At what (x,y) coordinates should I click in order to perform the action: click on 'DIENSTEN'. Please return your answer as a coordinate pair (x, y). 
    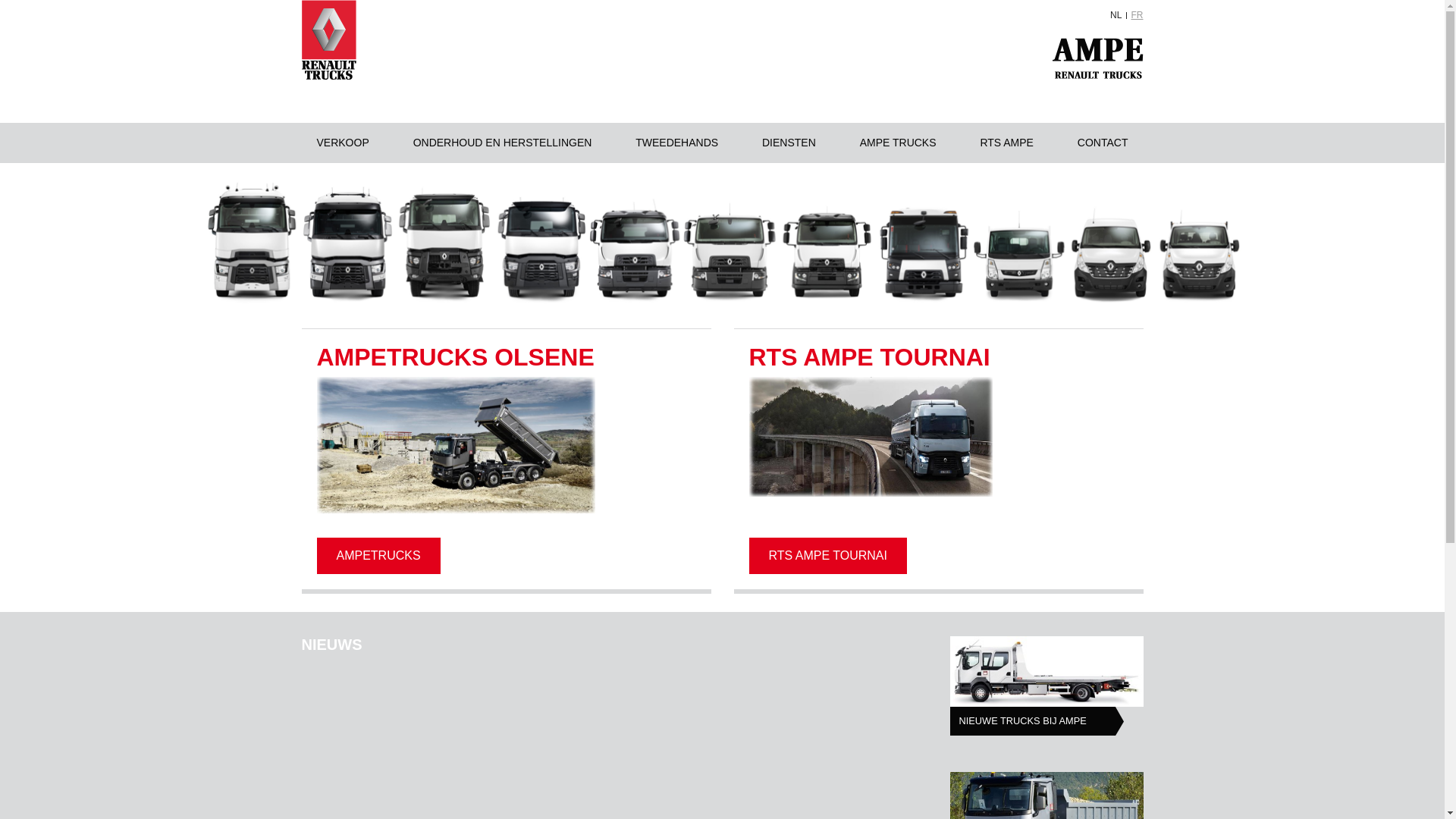
    Looking at the image, I should click on (746, 143).